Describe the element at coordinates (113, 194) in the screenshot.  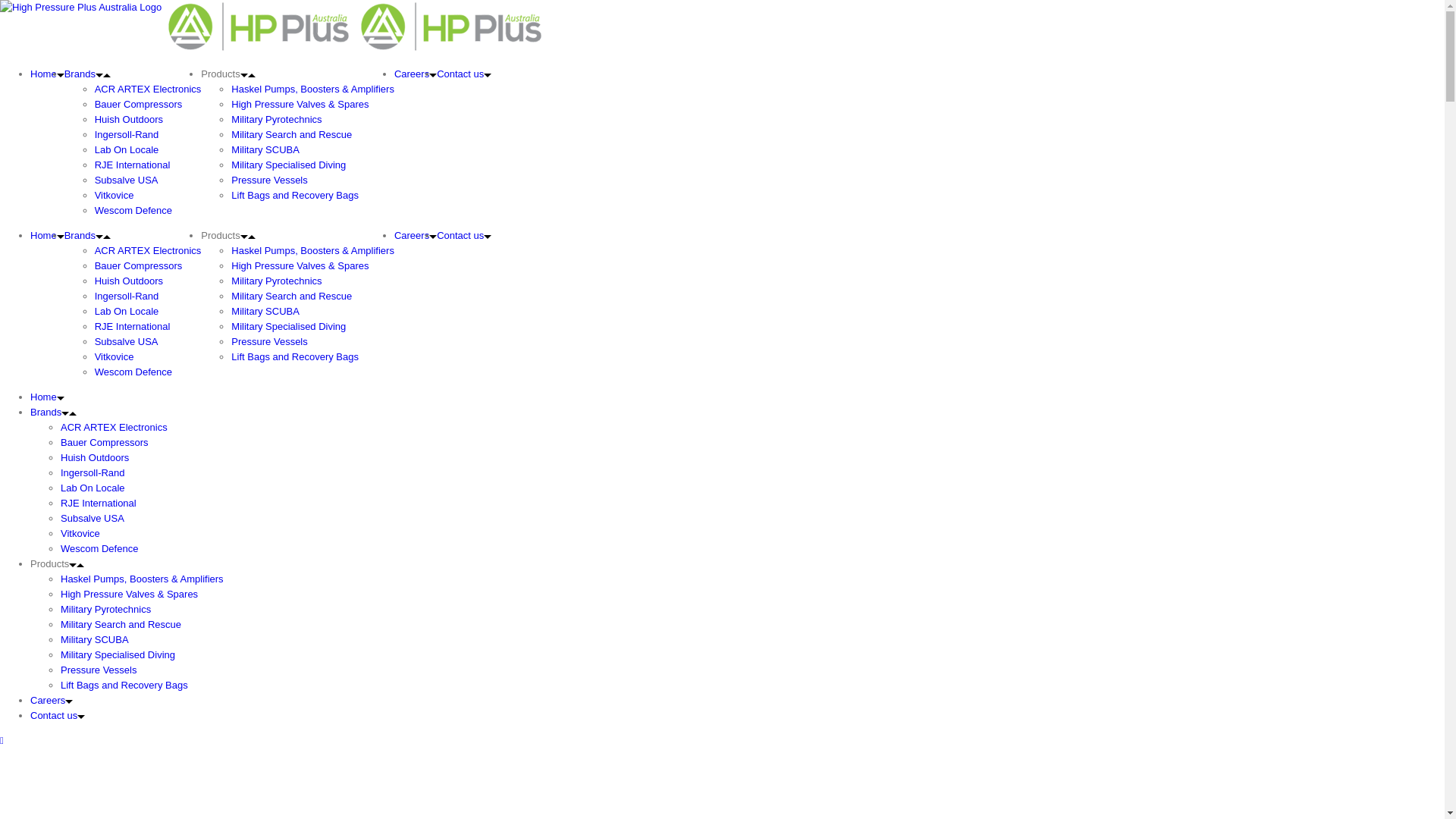
I see `'Vitkovice'` at that location.